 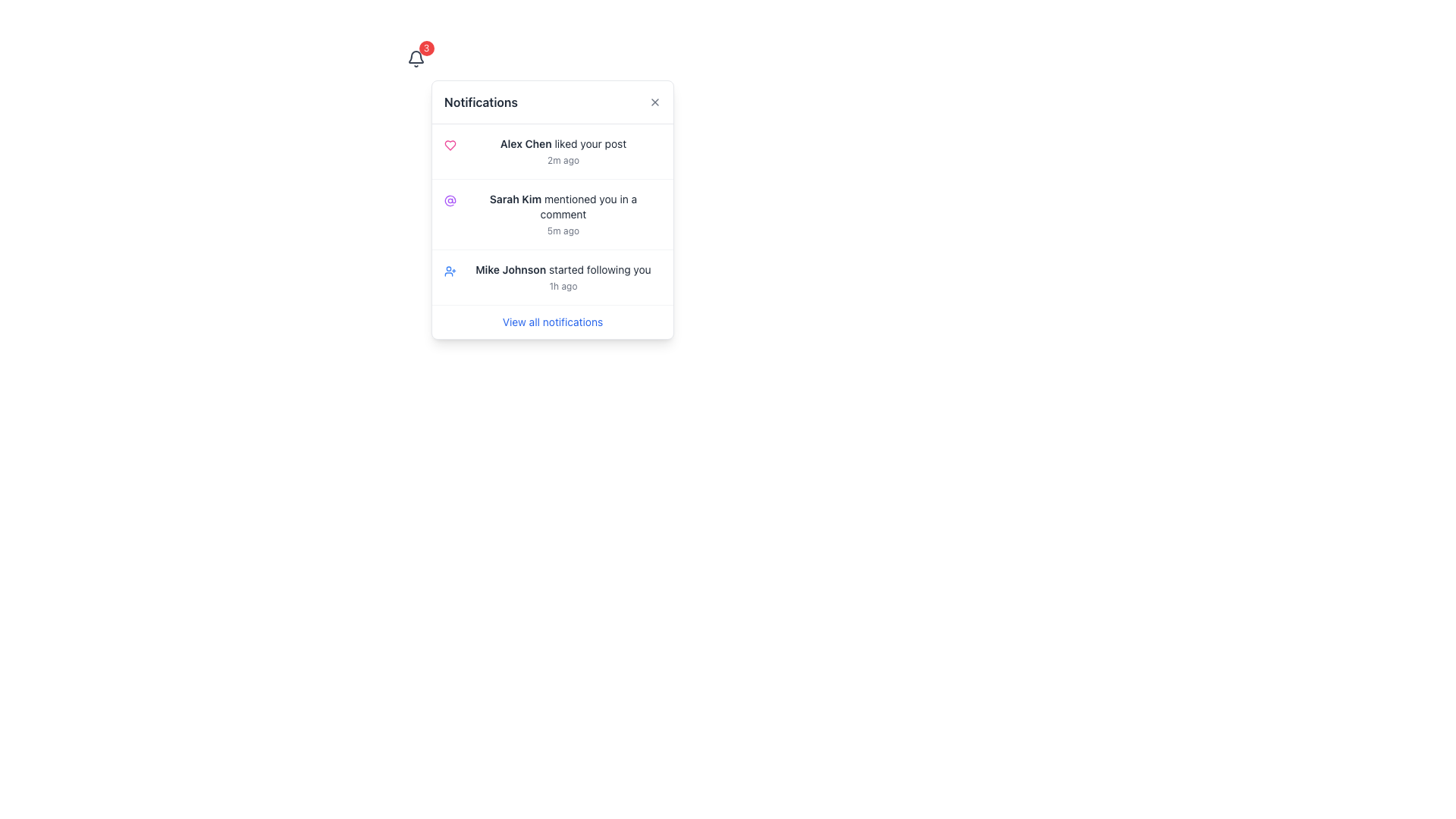 What do you see at coordinates (552, 152) in the screenshot?
I see `the notification entry indicating that 'Alex Chen' liked the user's post, which is the first item in the notifications dropdown list` at bounding box center [552, 152].